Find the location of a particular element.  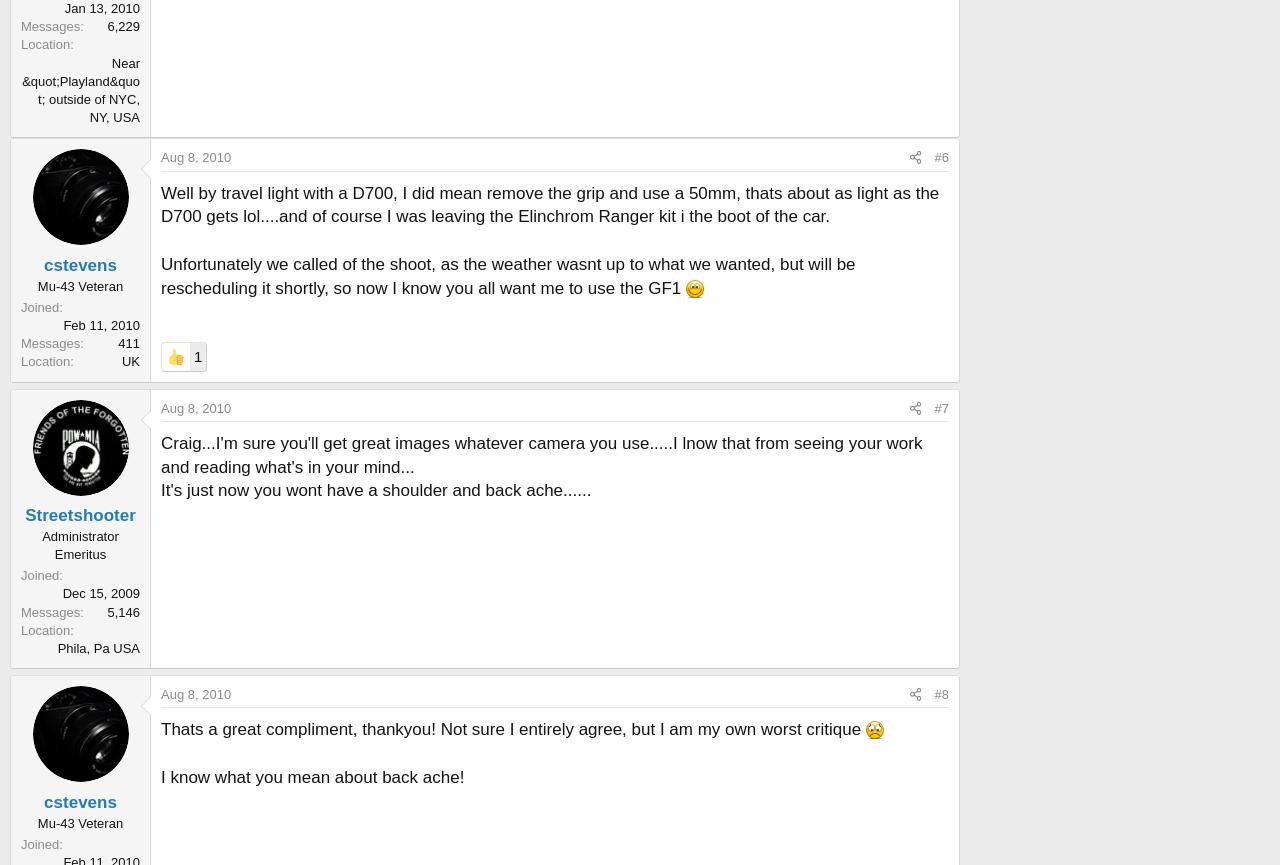

'#8' is located at coordinates (940, 694).